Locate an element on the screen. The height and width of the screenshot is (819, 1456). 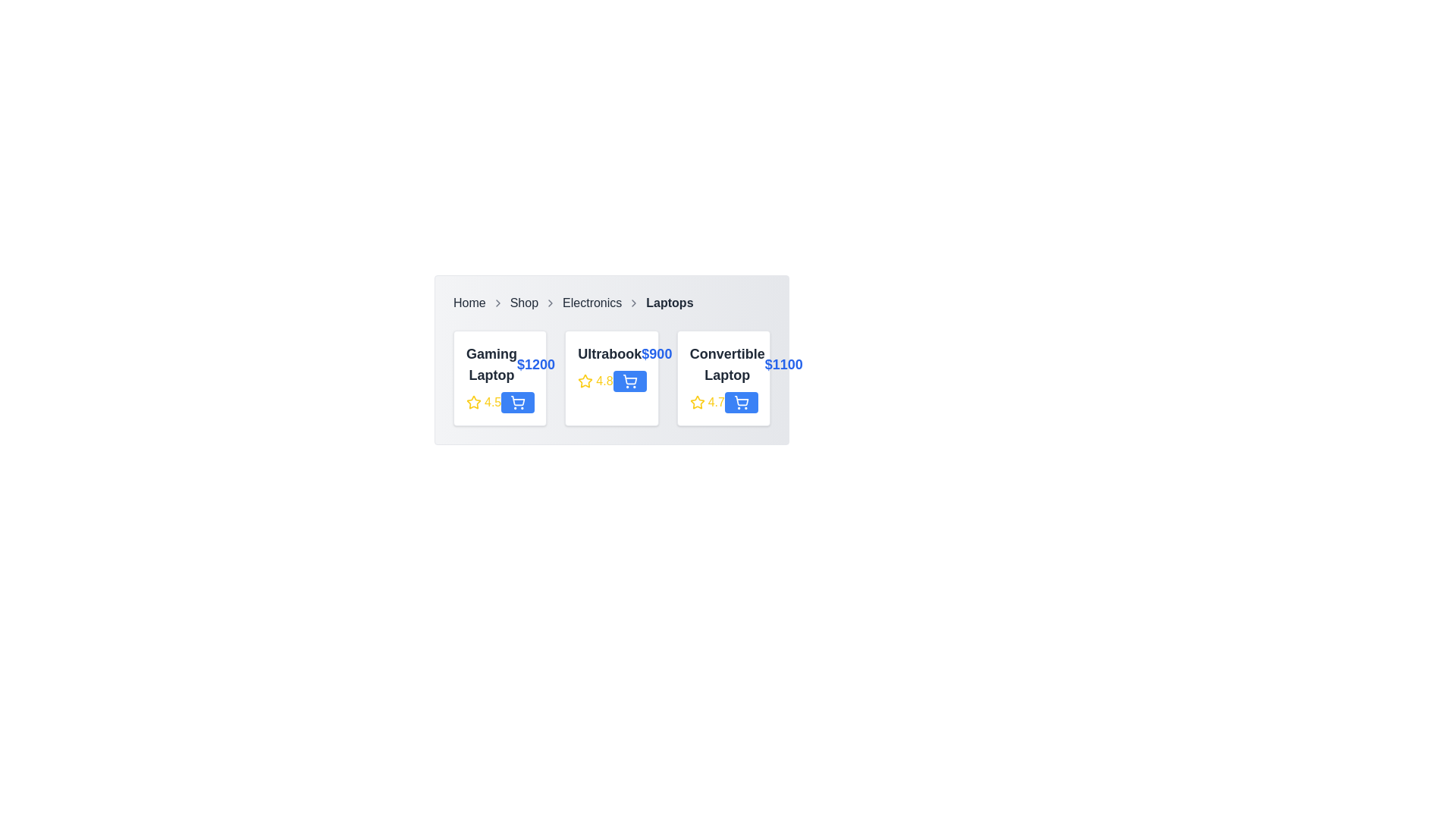
the third right-pointing chevron icon in the breadcrumb navigation bar, located between 'Shop' and 'Electronics' is located at coordinates (550, 303).